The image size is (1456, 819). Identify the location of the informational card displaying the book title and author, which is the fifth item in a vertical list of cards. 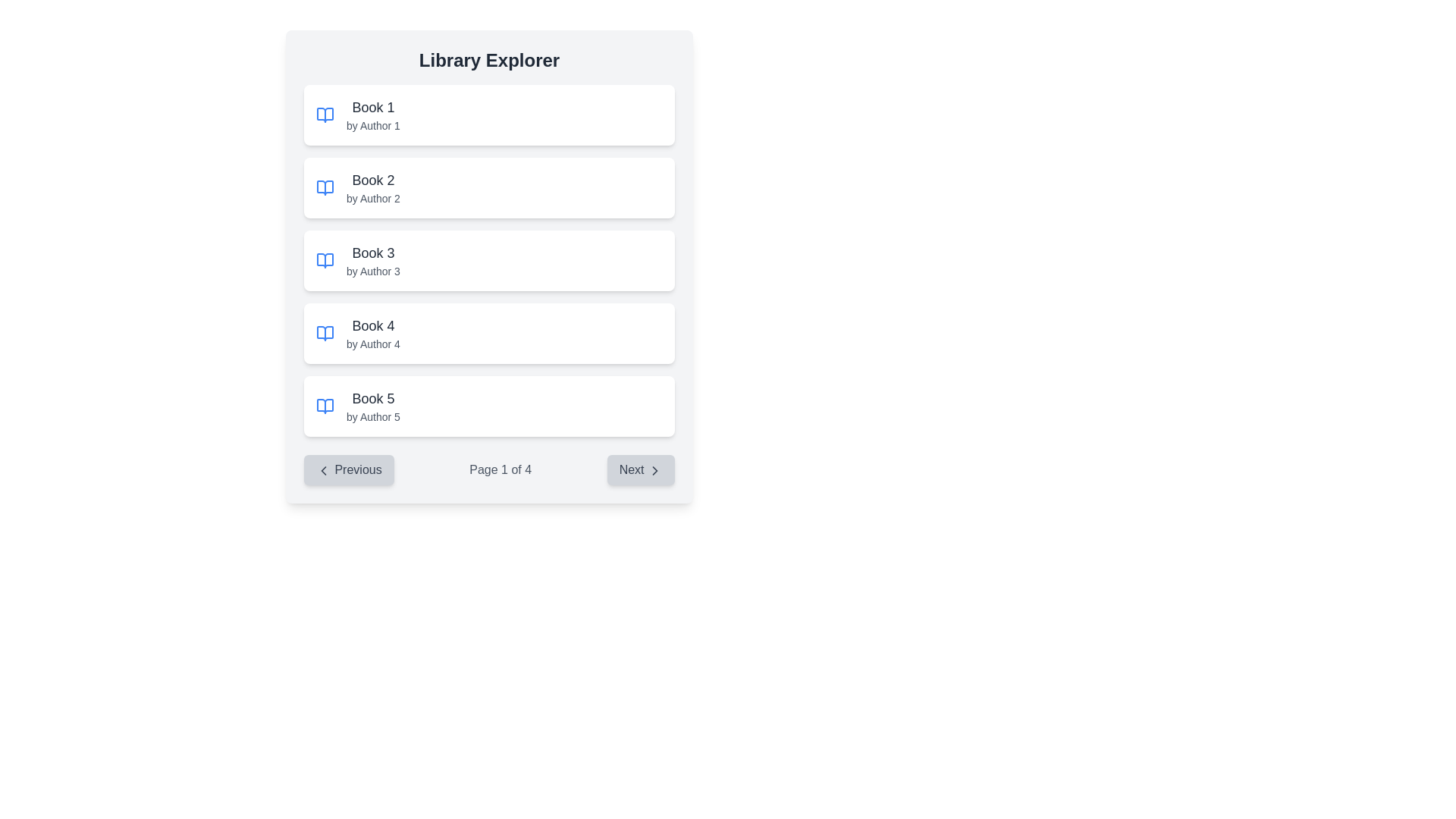
(489, 406).